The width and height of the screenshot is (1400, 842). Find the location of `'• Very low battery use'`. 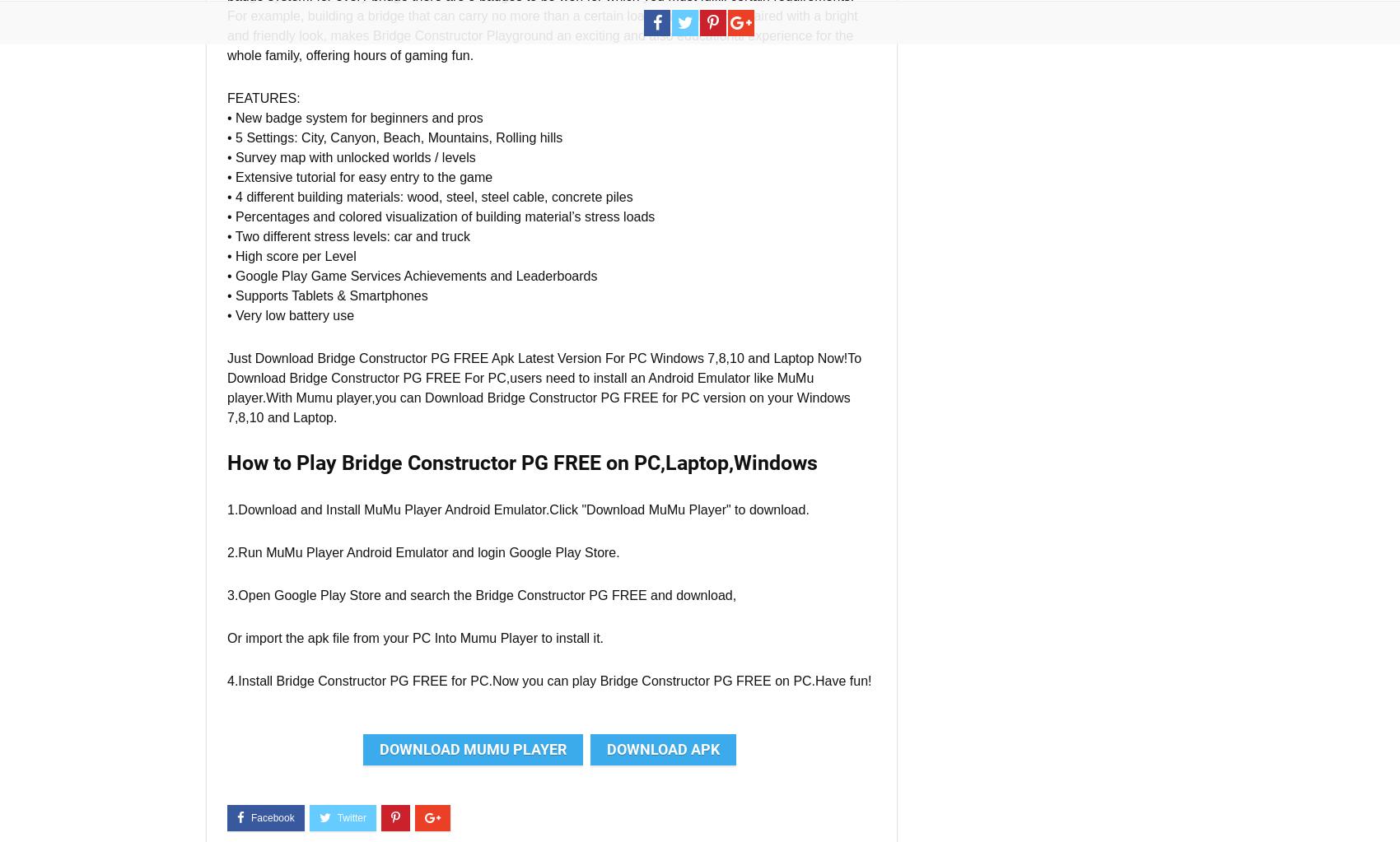

'• Very low battery use' is located at coordinates (289, 314).